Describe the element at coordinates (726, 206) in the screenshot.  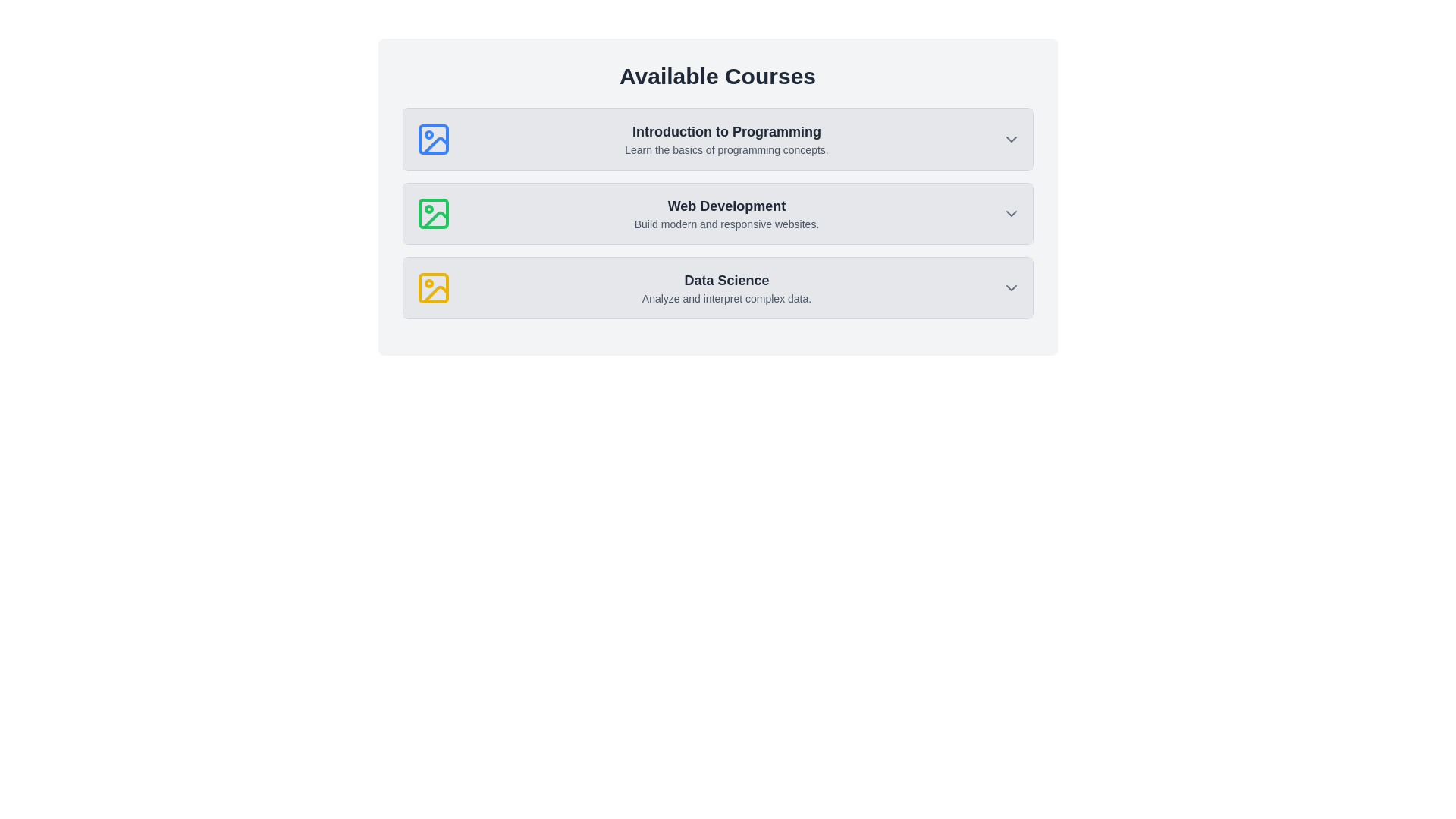
I see `the area near the 'Web Development' course title text label` at that location.